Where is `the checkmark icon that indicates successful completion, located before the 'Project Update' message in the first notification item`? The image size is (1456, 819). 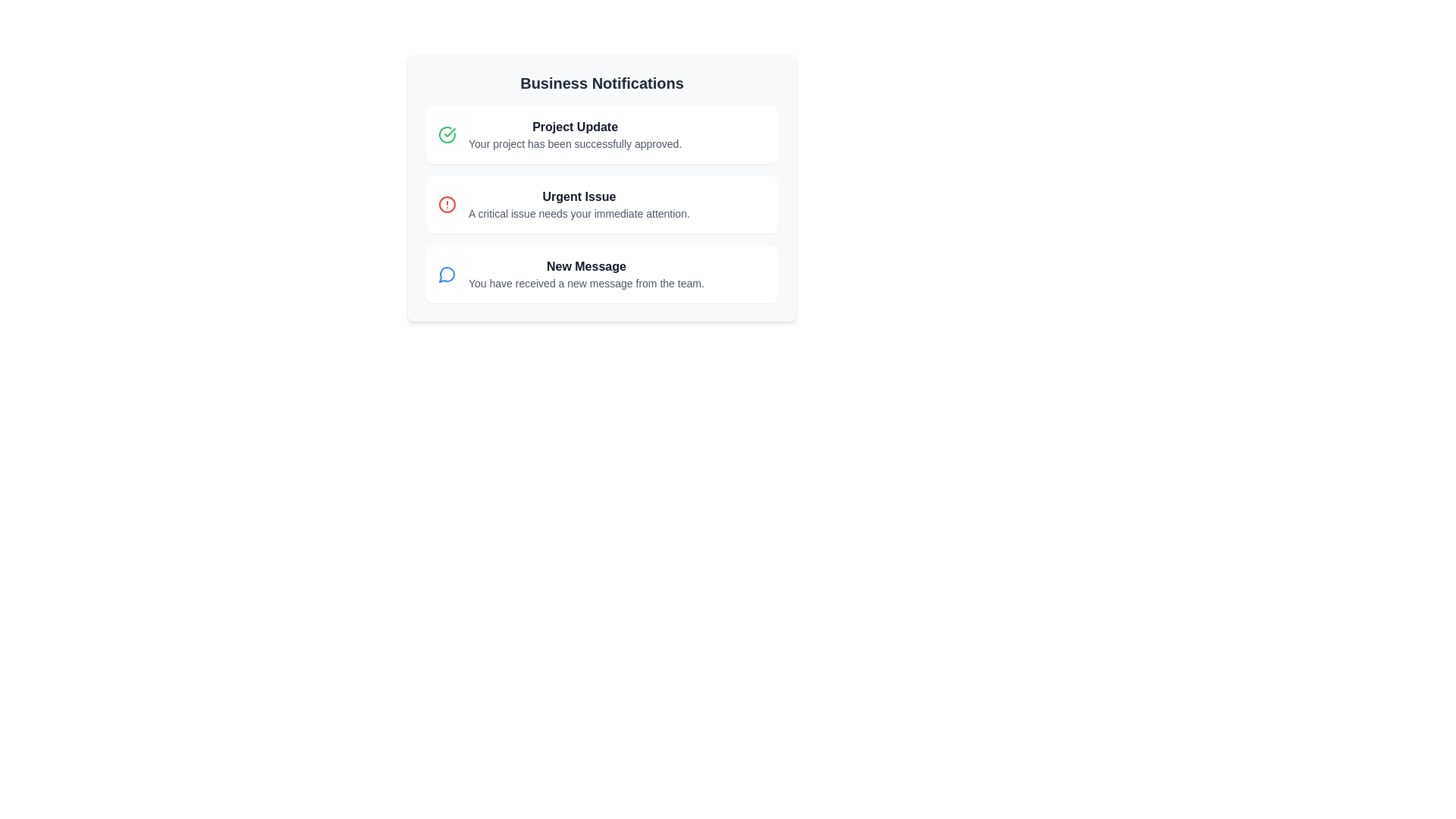 the checkmark icon that indicates successful completion, located before the 'Project Update' message in the first notification item is located at coordinates (449, 131).